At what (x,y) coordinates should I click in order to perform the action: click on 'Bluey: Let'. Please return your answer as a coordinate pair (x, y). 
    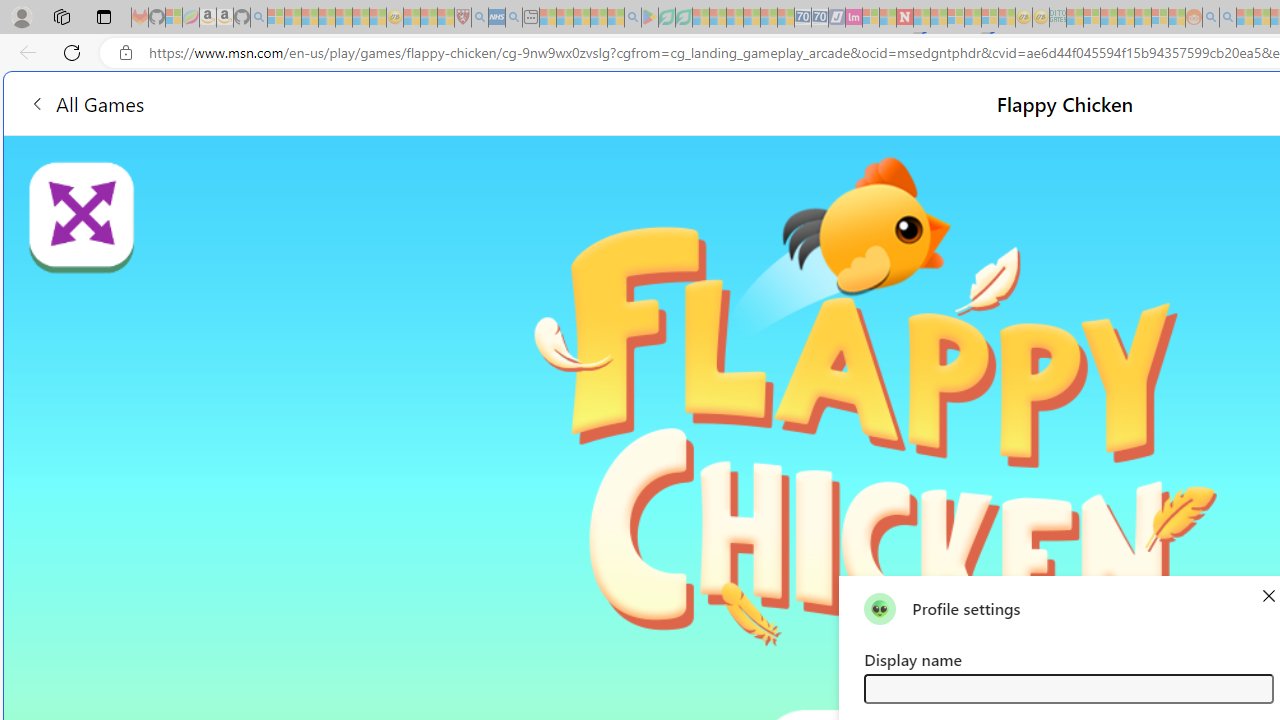
    Looking at the image, I should click on (650, 17).